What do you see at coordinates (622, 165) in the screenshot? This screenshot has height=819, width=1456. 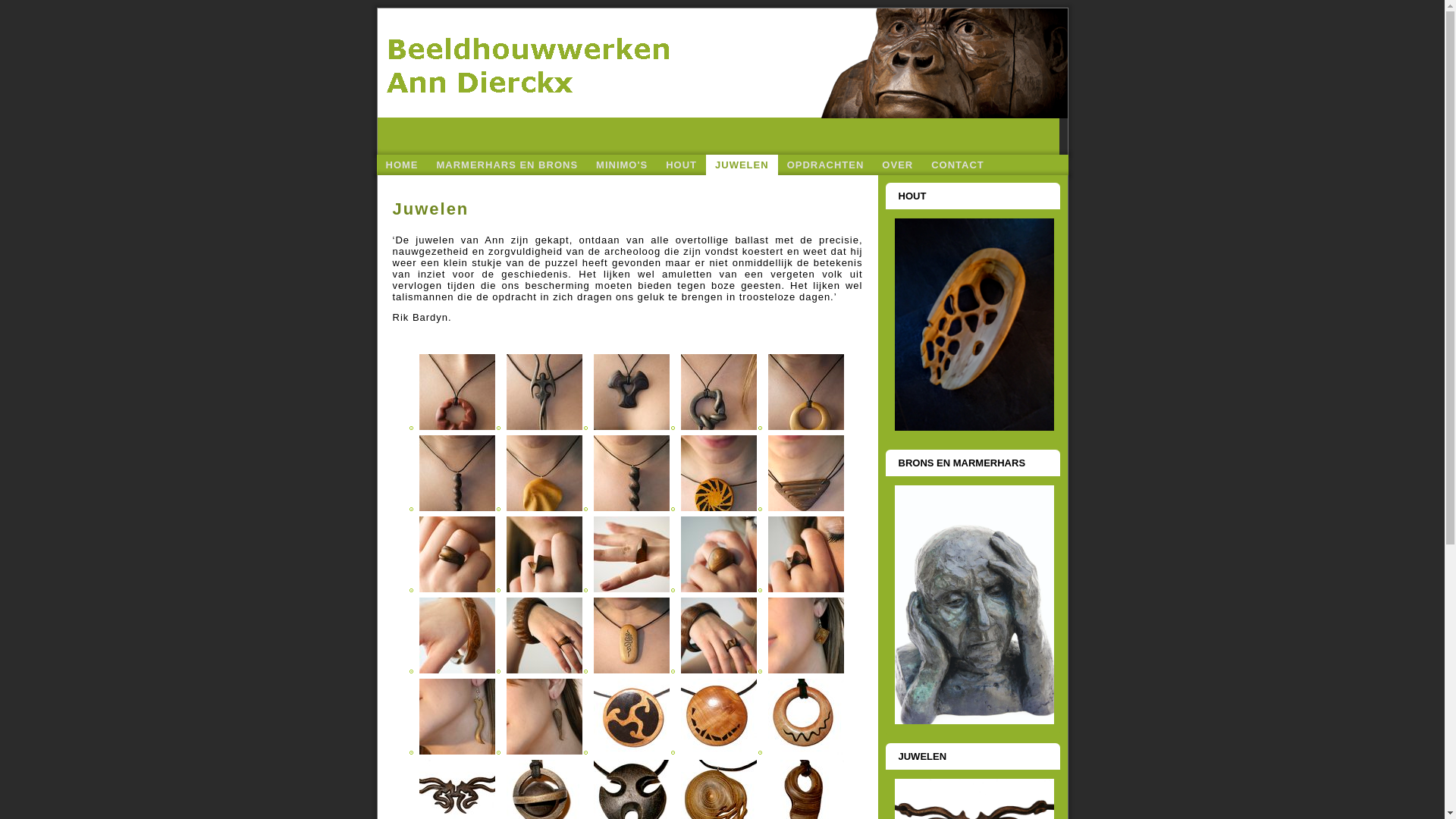 I see `'MINIMO'S'` at bounding box center [622, 165].